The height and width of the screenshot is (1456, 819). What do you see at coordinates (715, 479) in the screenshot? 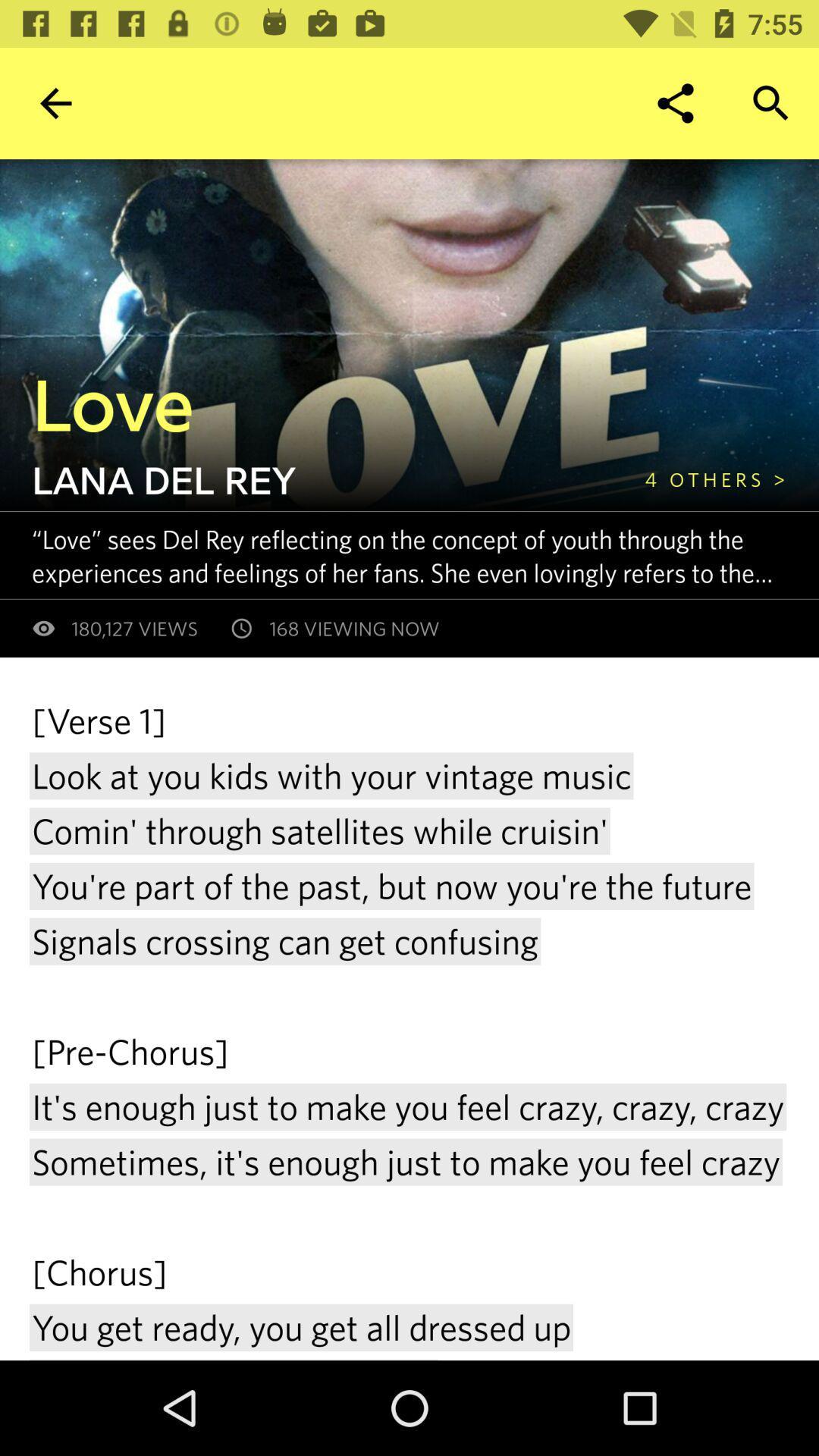
I see `the icon to the right of the lana del rey icon` at bounding box center [715, 479].